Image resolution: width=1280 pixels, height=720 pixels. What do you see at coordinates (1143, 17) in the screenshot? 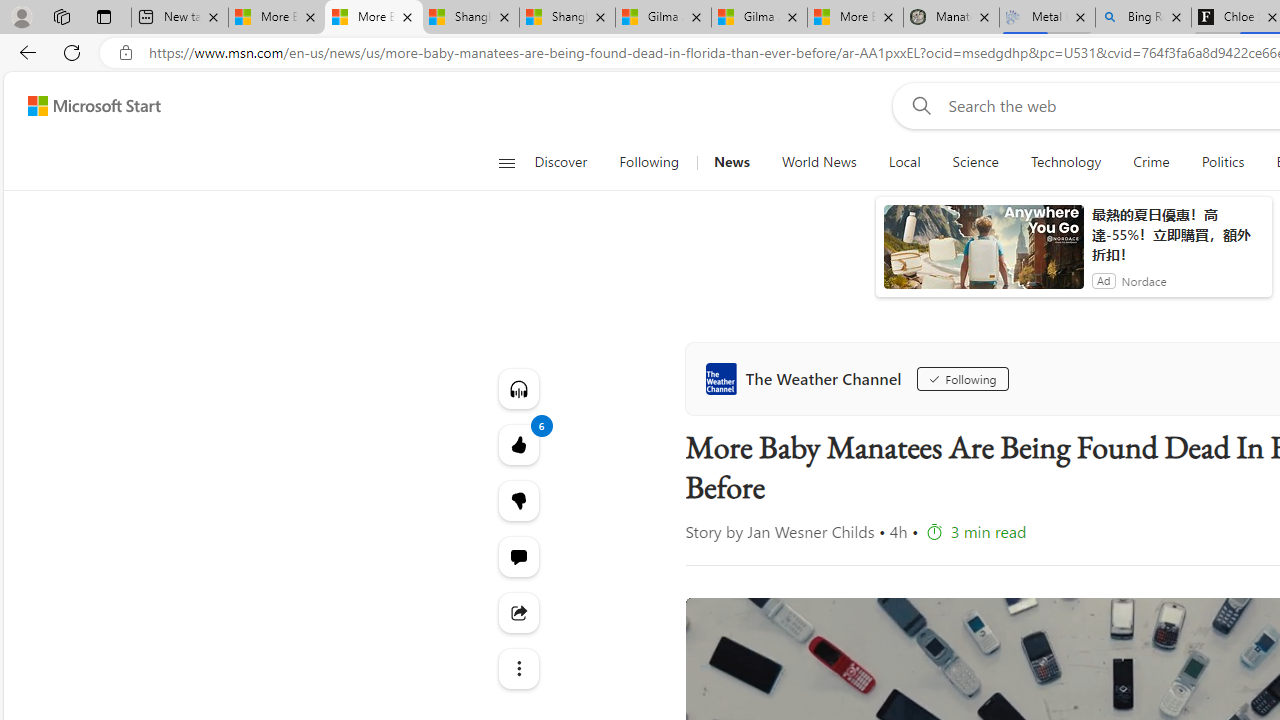
I see `'Bing Real Estate - Home sales and rental listings'` at bounding box center [1143, 17].